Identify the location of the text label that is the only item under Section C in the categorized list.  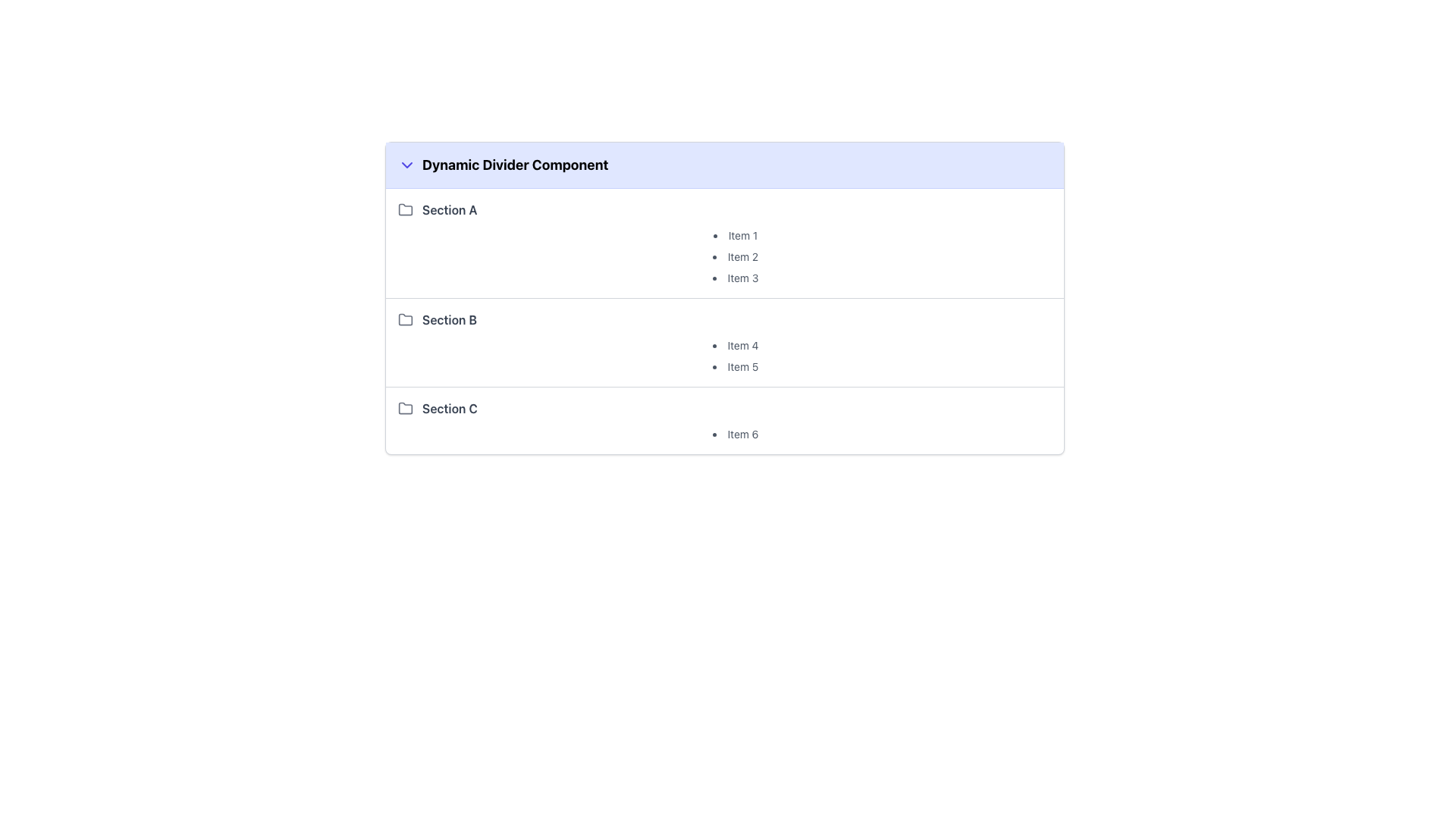
(735, 435).